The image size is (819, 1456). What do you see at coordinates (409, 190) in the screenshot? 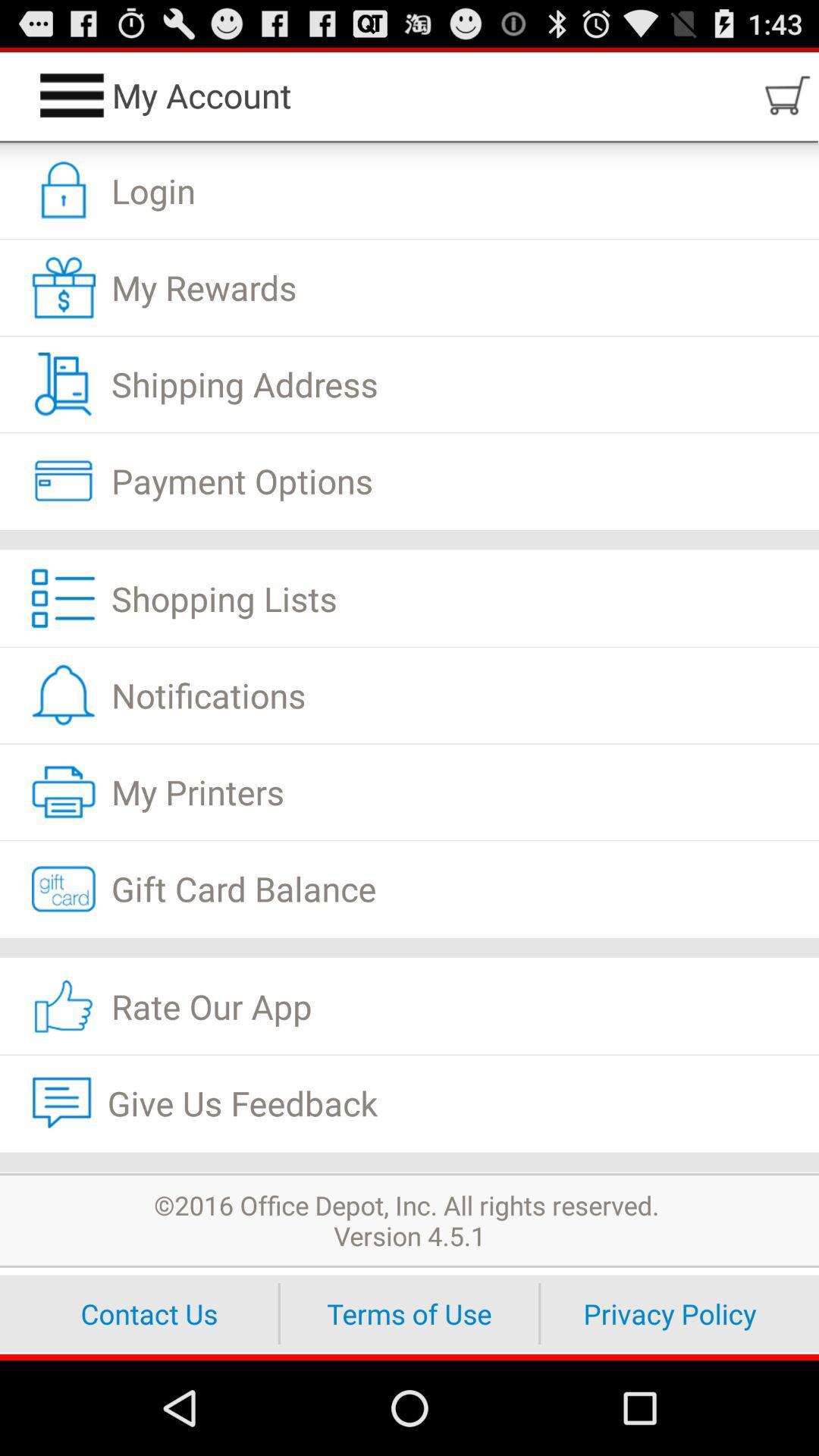
I see `the login icon` at bounding box center [409, 190].